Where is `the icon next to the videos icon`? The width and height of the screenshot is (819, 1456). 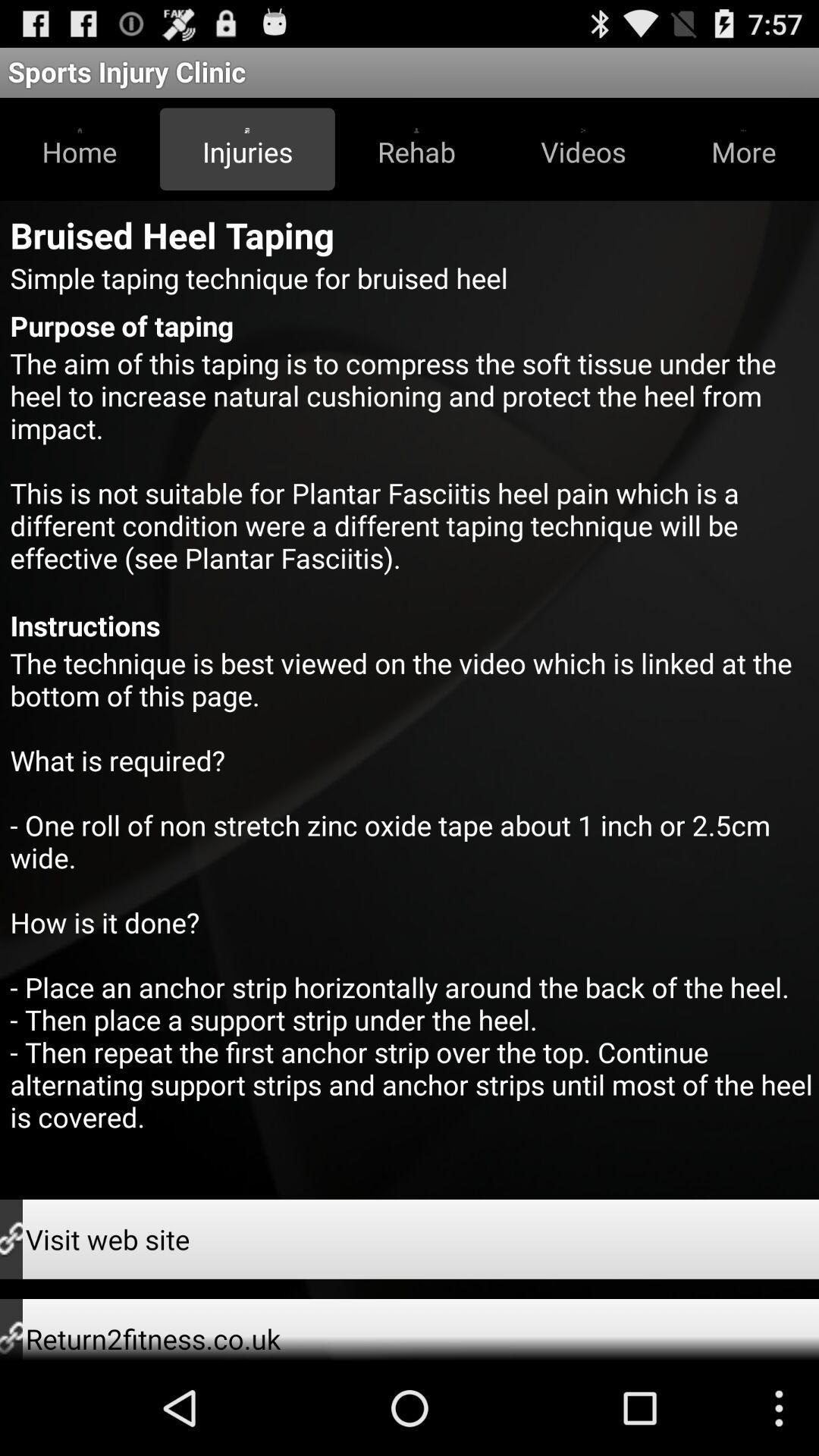
the icon next to the videos icon is located at coordinates (742, 149).